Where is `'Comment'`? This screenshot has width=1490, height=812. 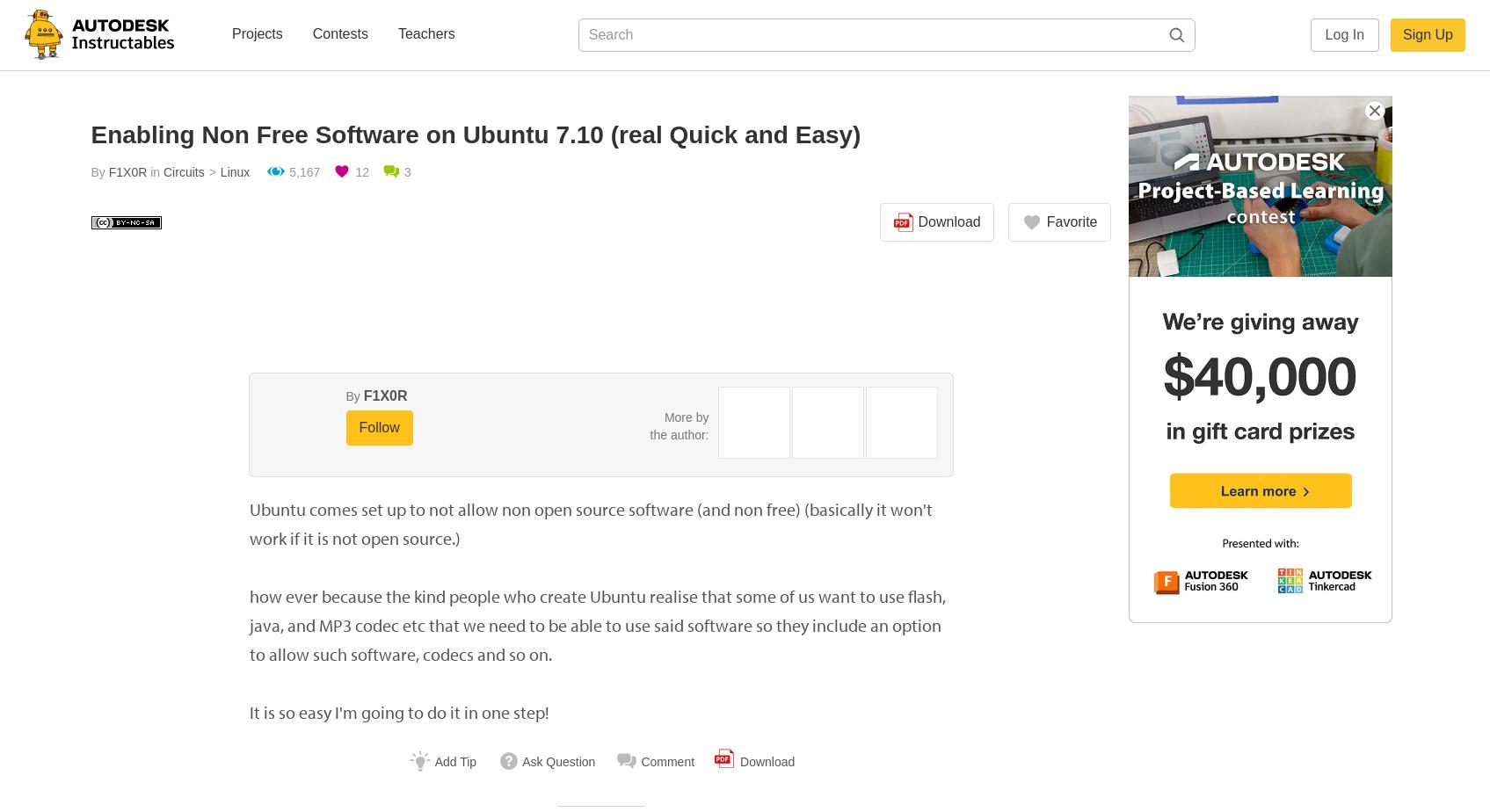 'Comment' is located at coordinates (666, 761).